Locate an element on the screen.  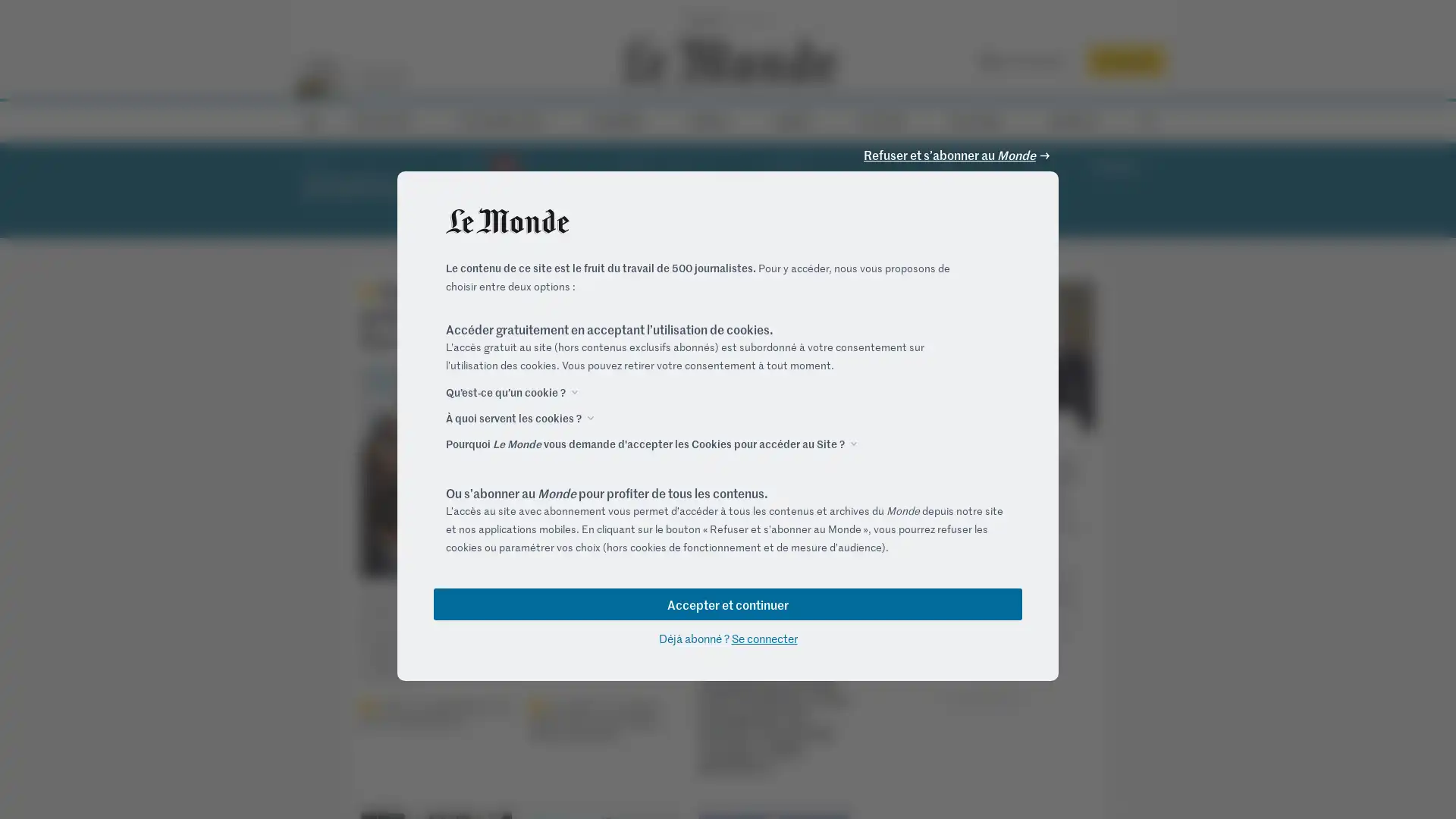
M LE MAG is located at coordinates (983, 120).